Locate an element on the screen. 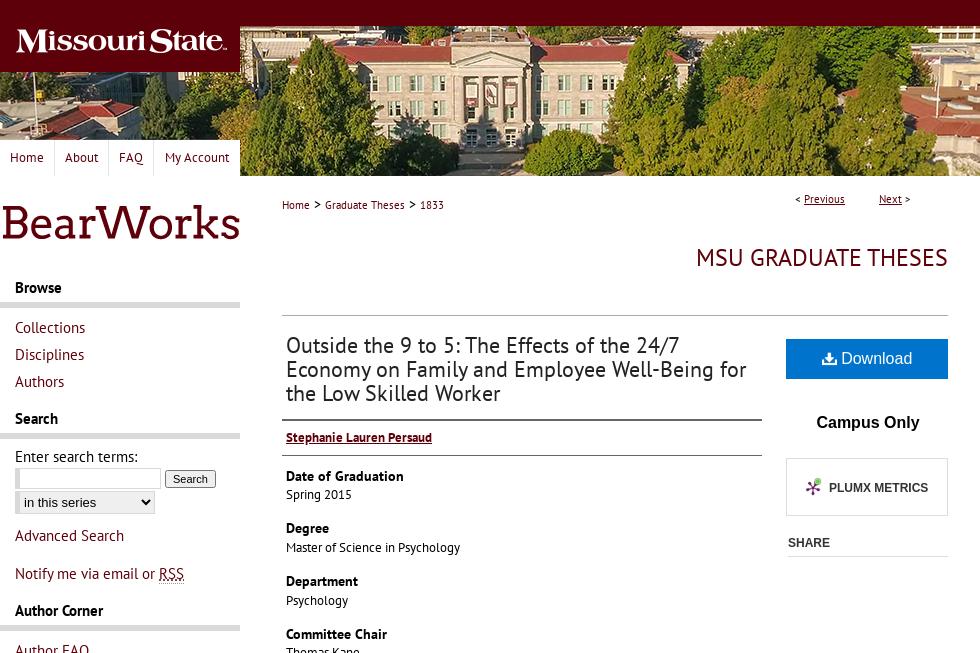  'Committee Chair' is located at coordinates (336, 633).